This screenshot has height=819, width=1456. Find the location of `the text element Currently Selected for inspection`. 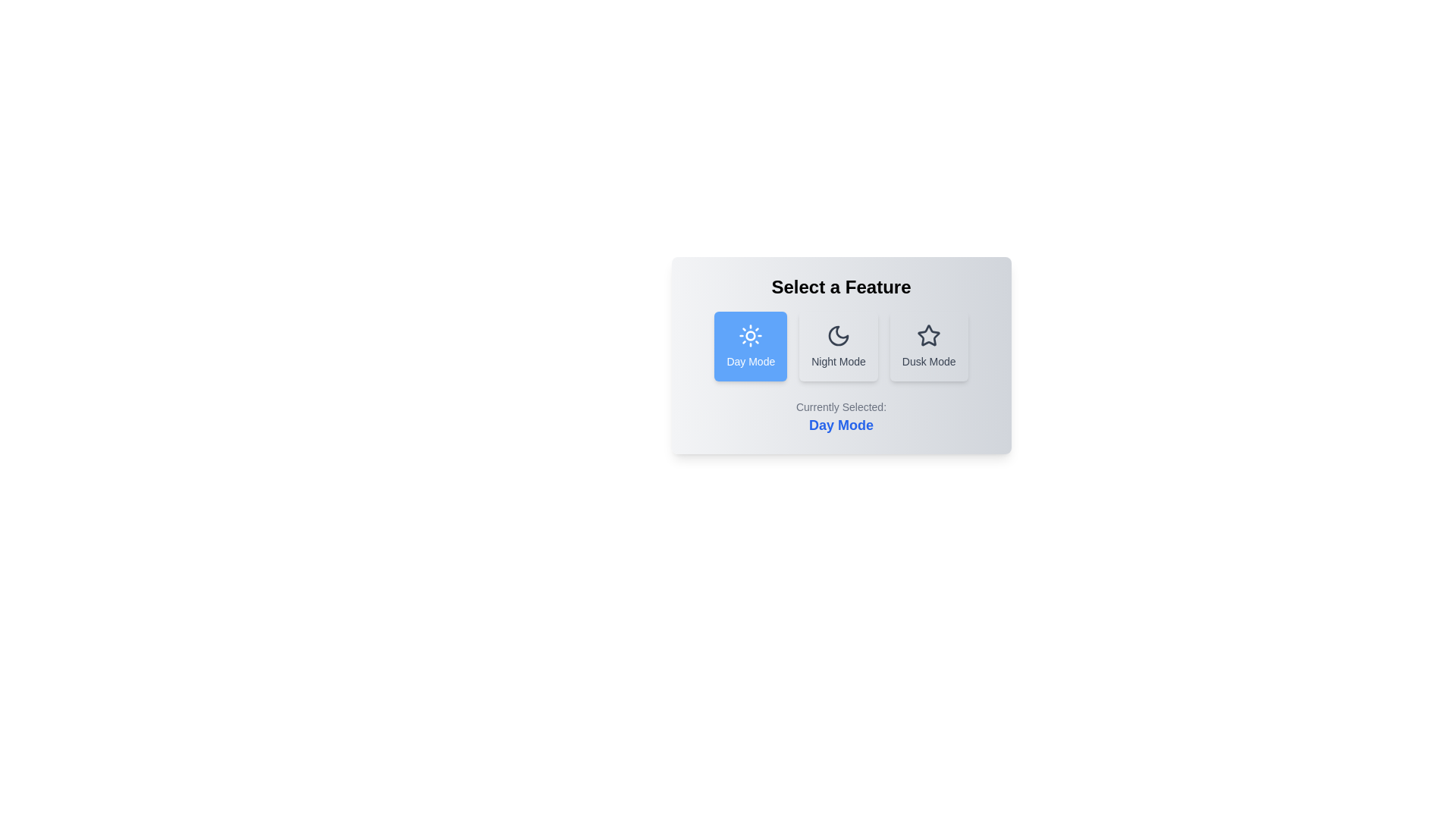

the text element Currently Selected for inspection is located at coordinates (840, 418).